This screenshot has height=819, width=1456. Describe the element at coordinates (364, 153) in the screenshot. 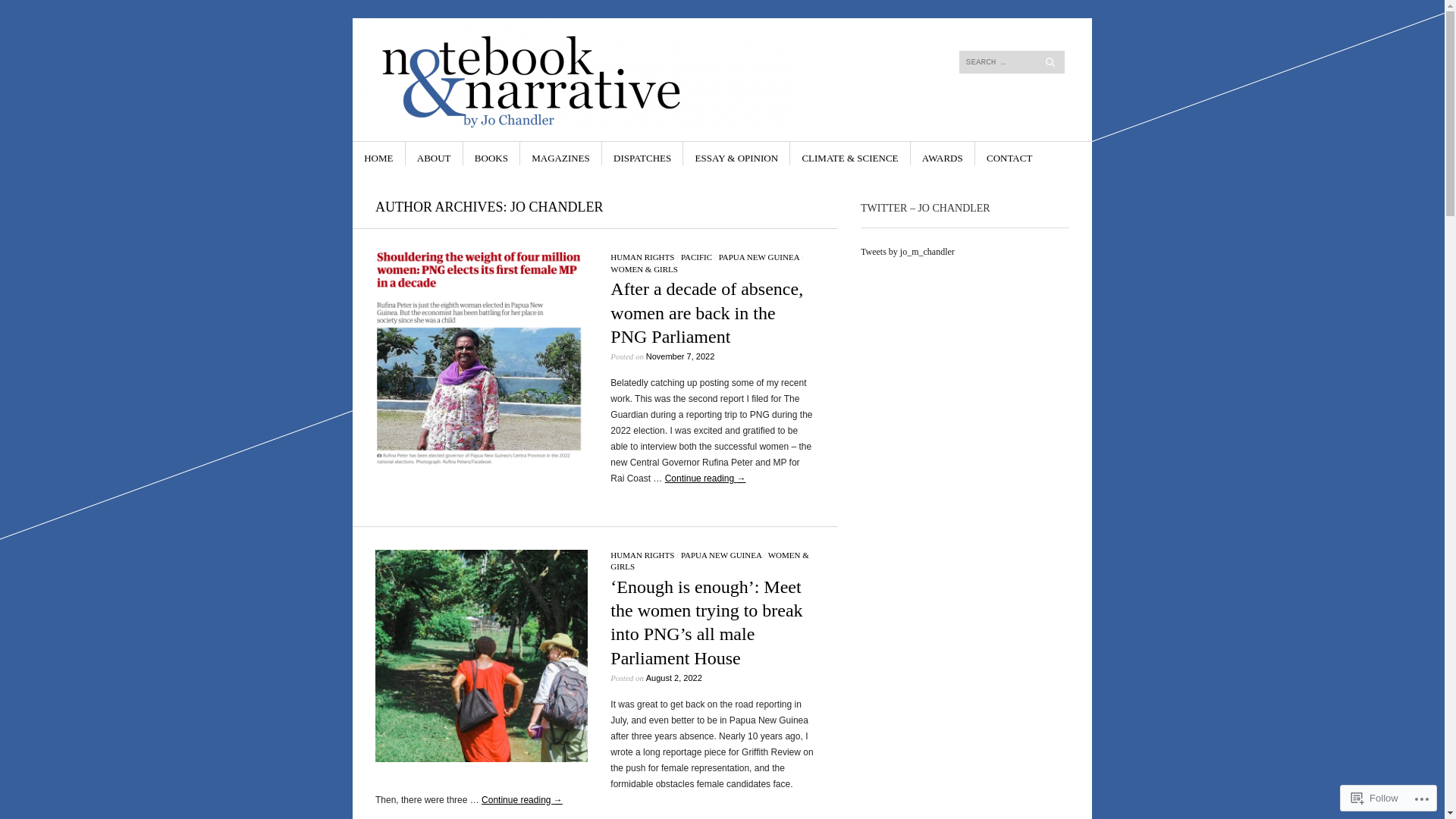

I see `'SKIP TO CONTENT'` at that location.